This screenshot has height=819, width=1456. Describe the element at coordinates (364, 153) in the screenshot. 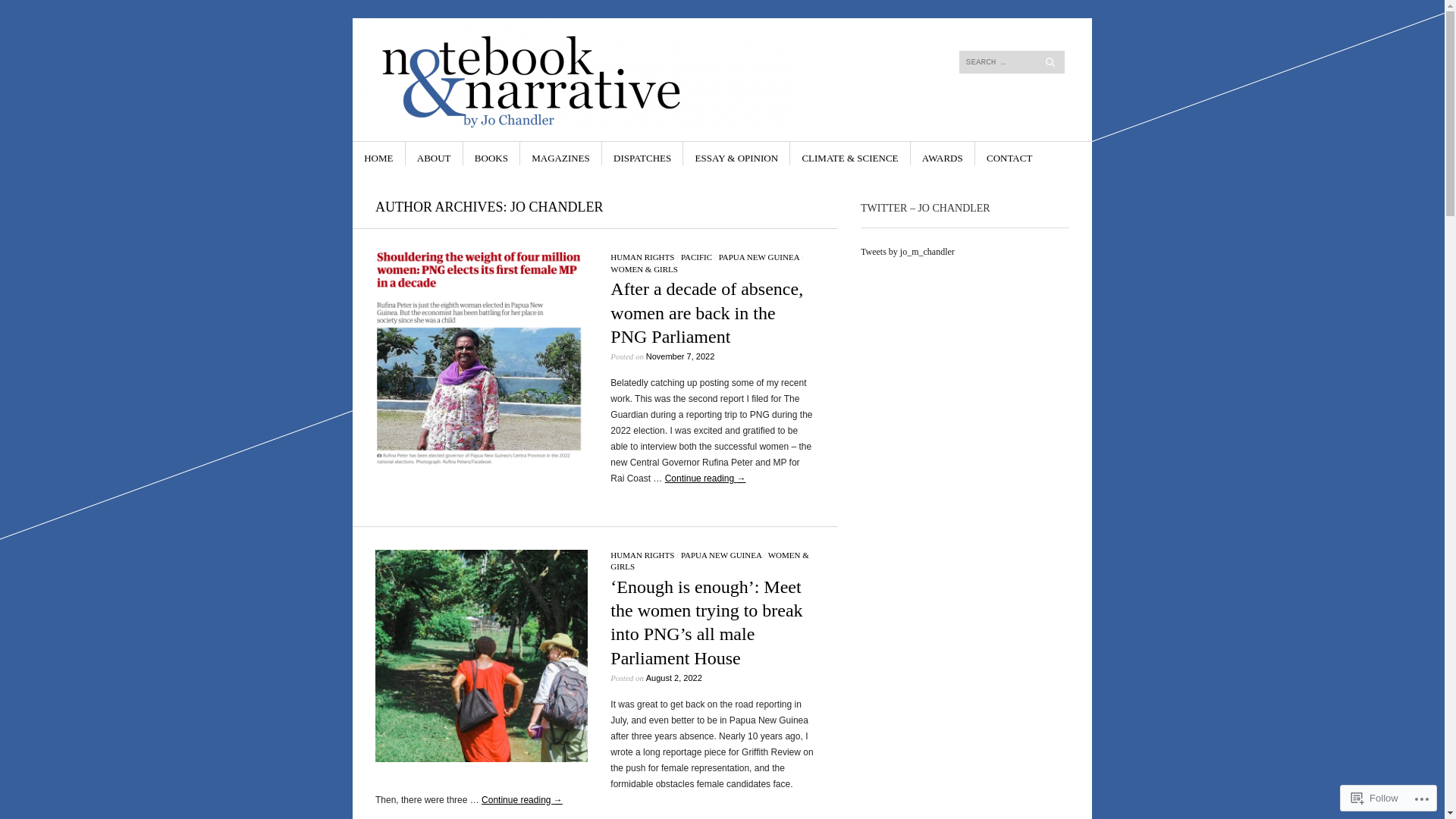

I see `'SKIP TO CONTENT'` at that location.